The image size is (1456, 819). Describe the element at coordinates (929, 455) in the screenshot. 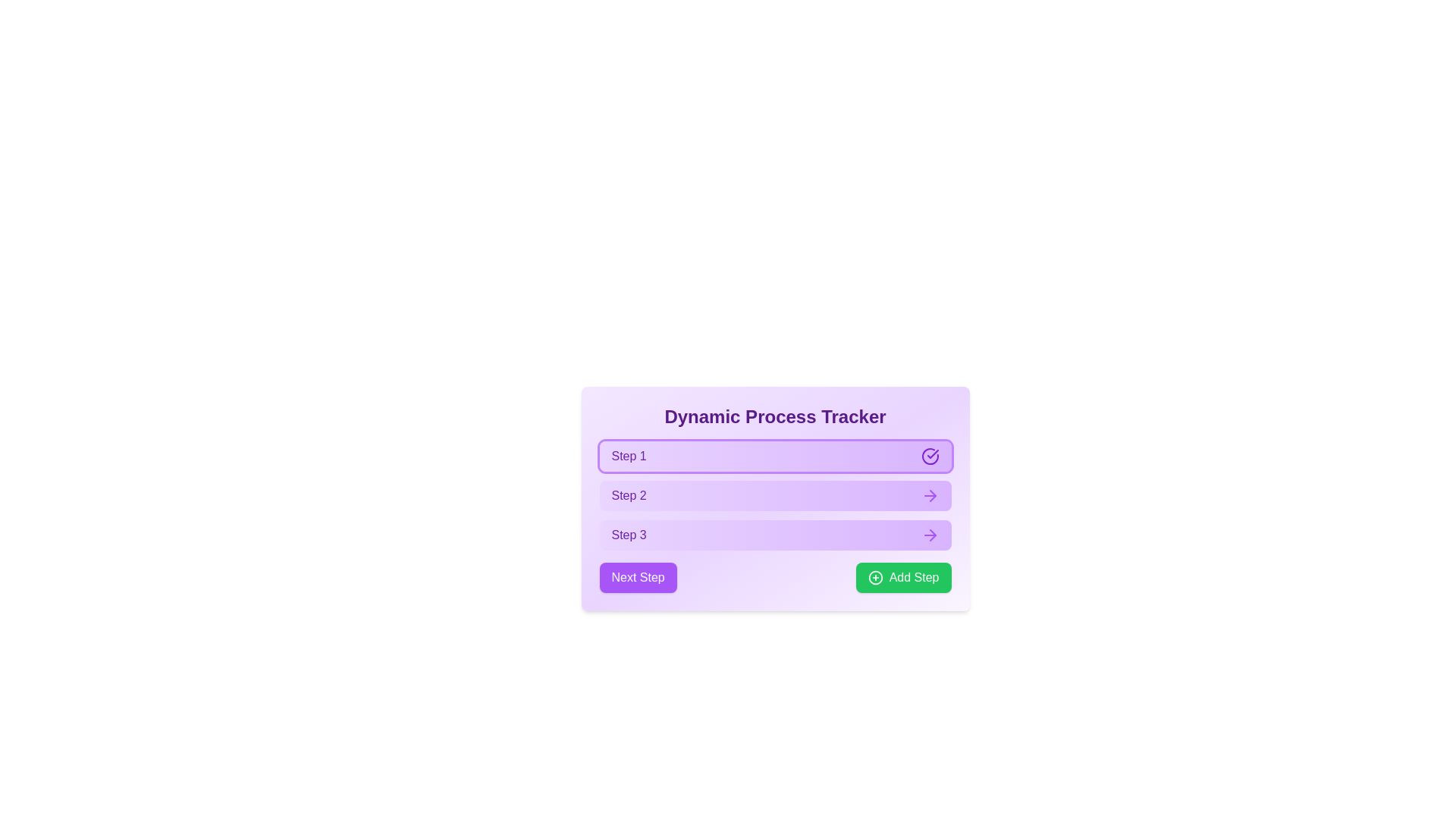

I see `the purple circular outline of the check mark icon within the SVG, located next to the 'Step 1' input field` at that location.